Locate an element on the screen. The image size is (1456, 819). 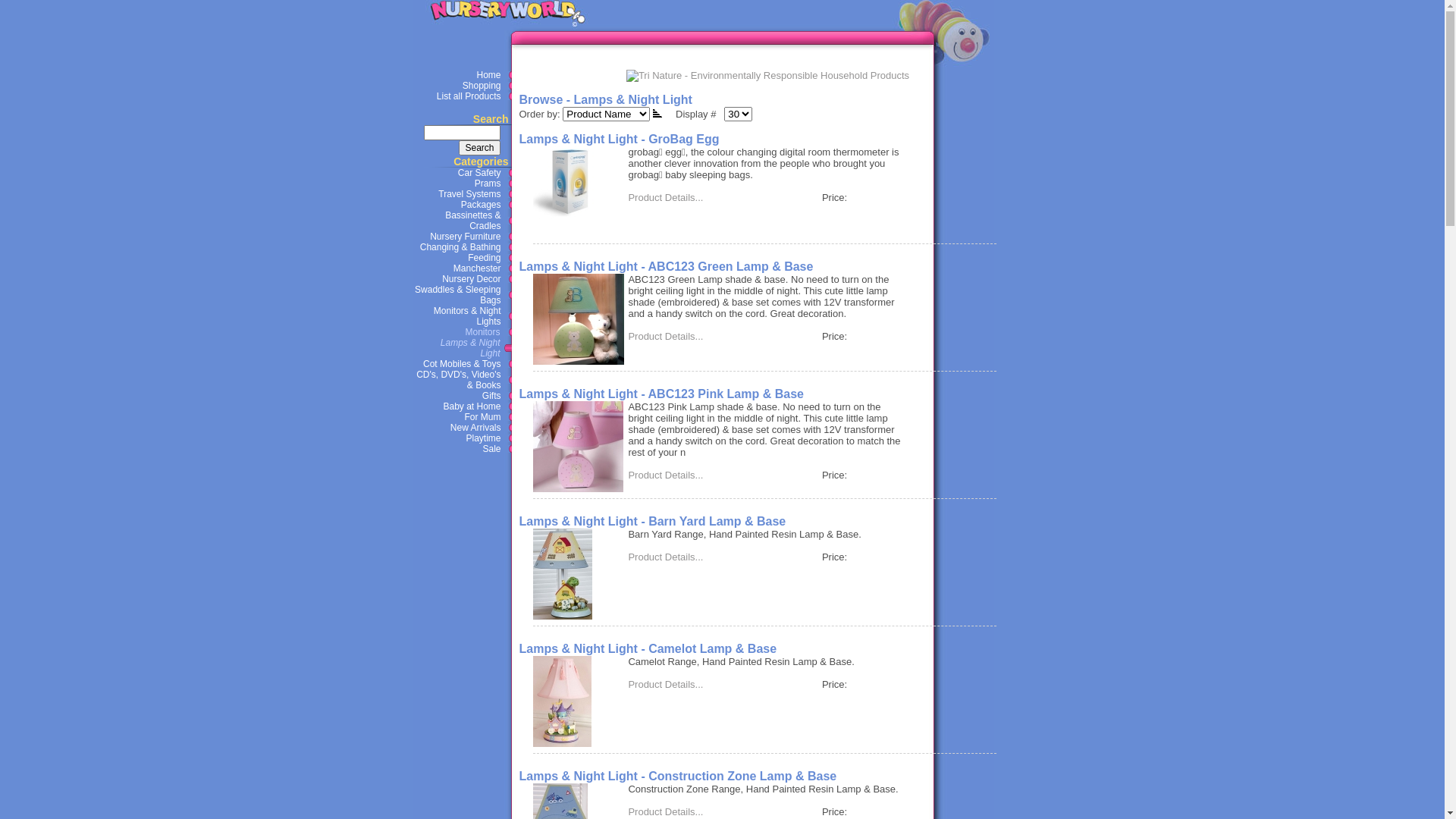
'CD's, DVD's, Video's & Books' is located at coordinates (461, 379).